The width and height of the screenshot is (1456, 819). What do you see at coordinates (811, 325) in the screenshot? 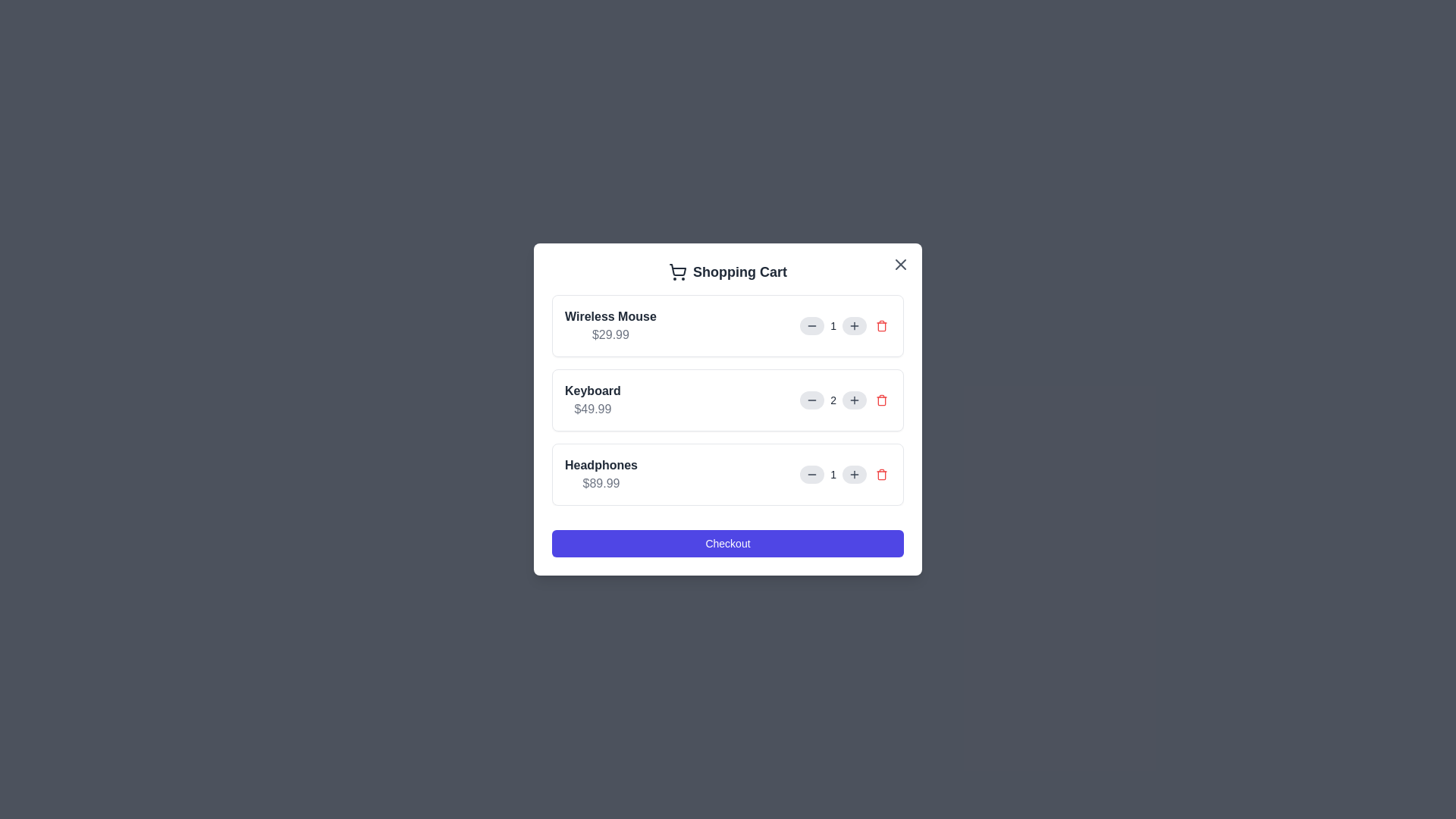
I see `the small minus button with a light gray background and minus icon ('−') to reduce the quantity of the item, which is positioned to the left of the numeric label displaying '1'` at bounding box center [811, 325].